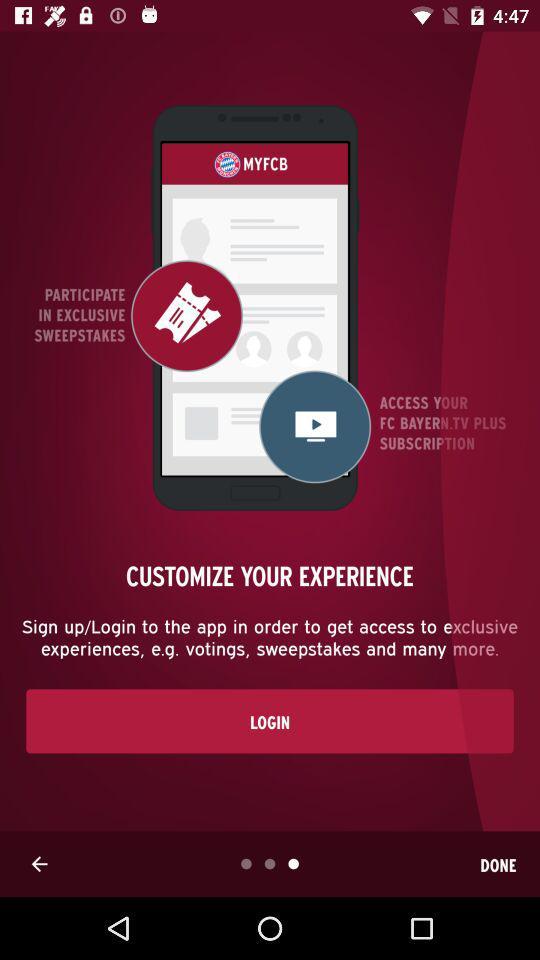  I want to click on icon to the left of done icon, so click(39, 863).